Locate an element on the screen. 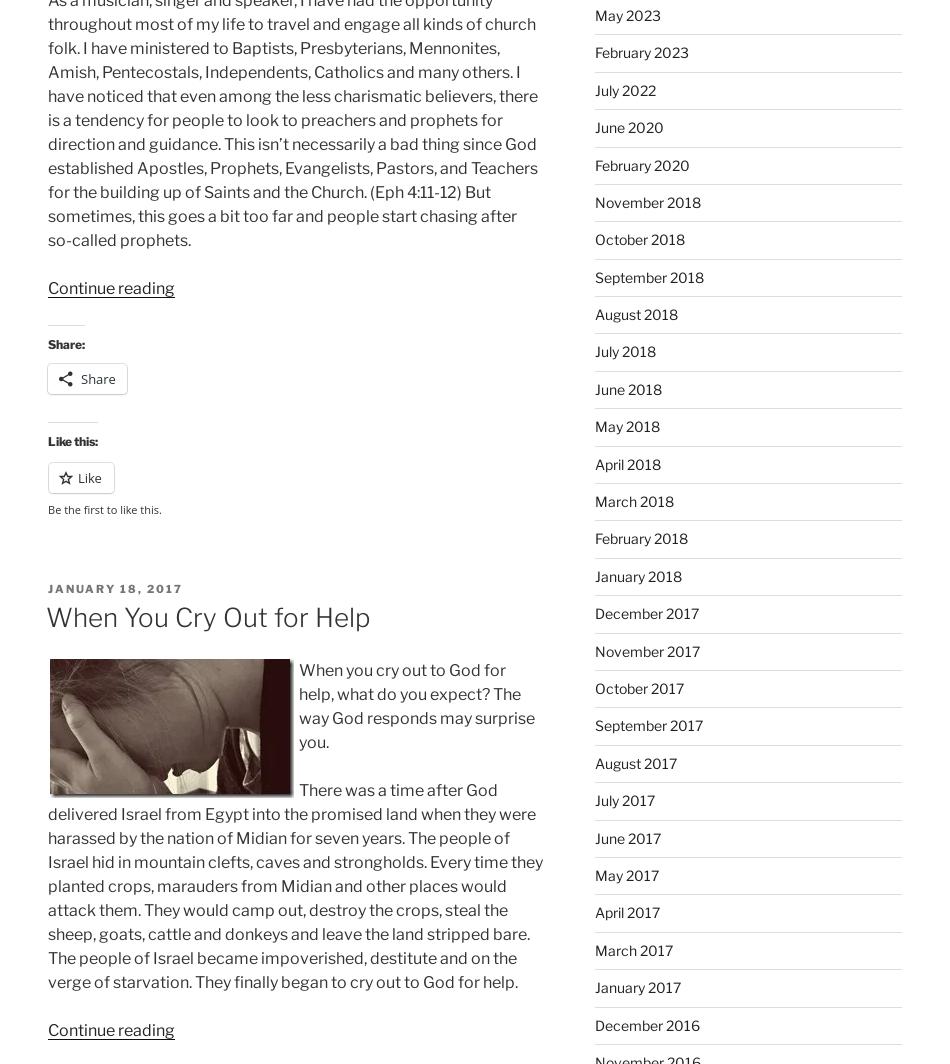  'November 2017' is located at coordinates (646, 650).